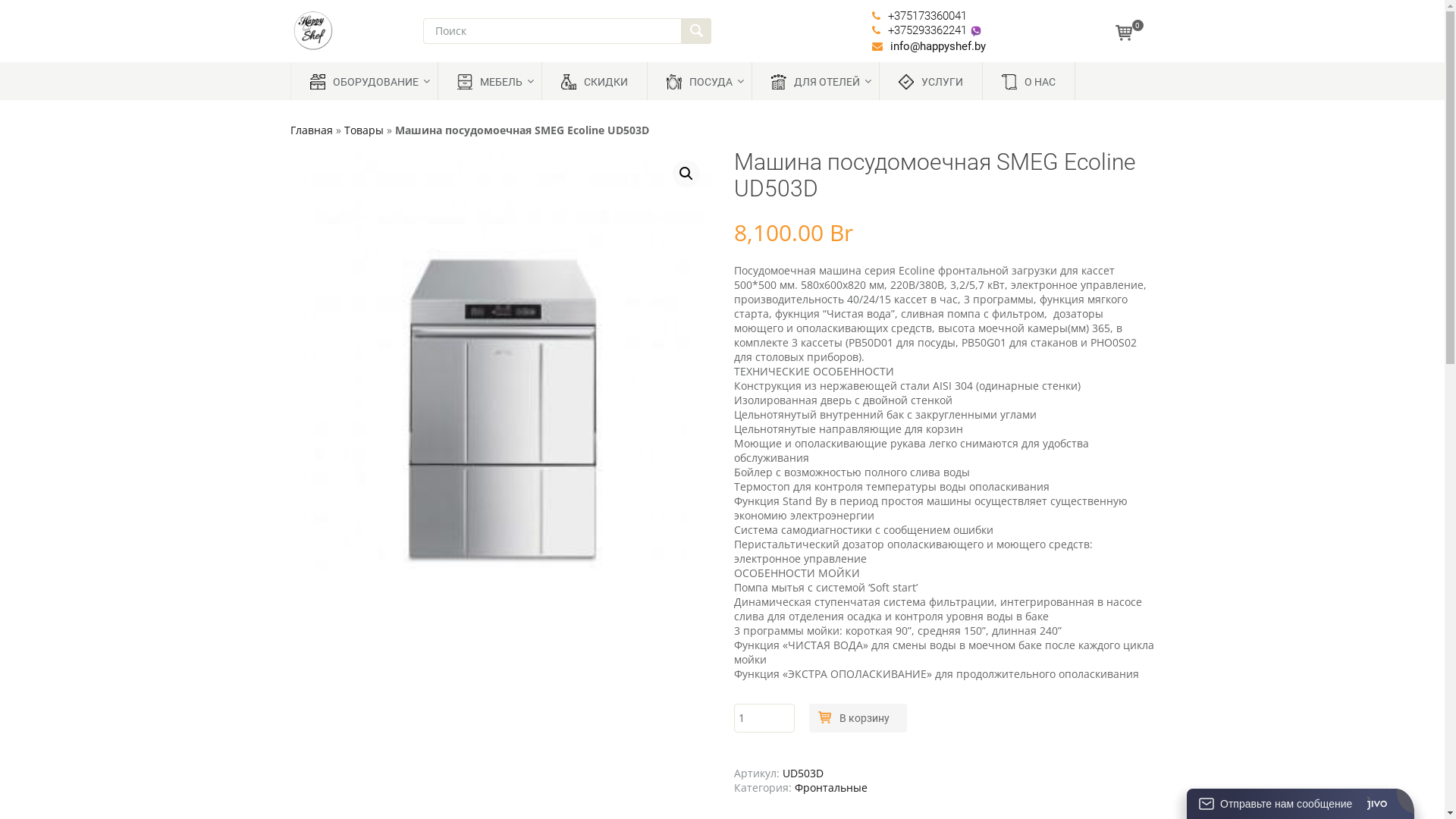 The image size is (1456, 819). I want to click on '+375173360041', so click(927, 15).